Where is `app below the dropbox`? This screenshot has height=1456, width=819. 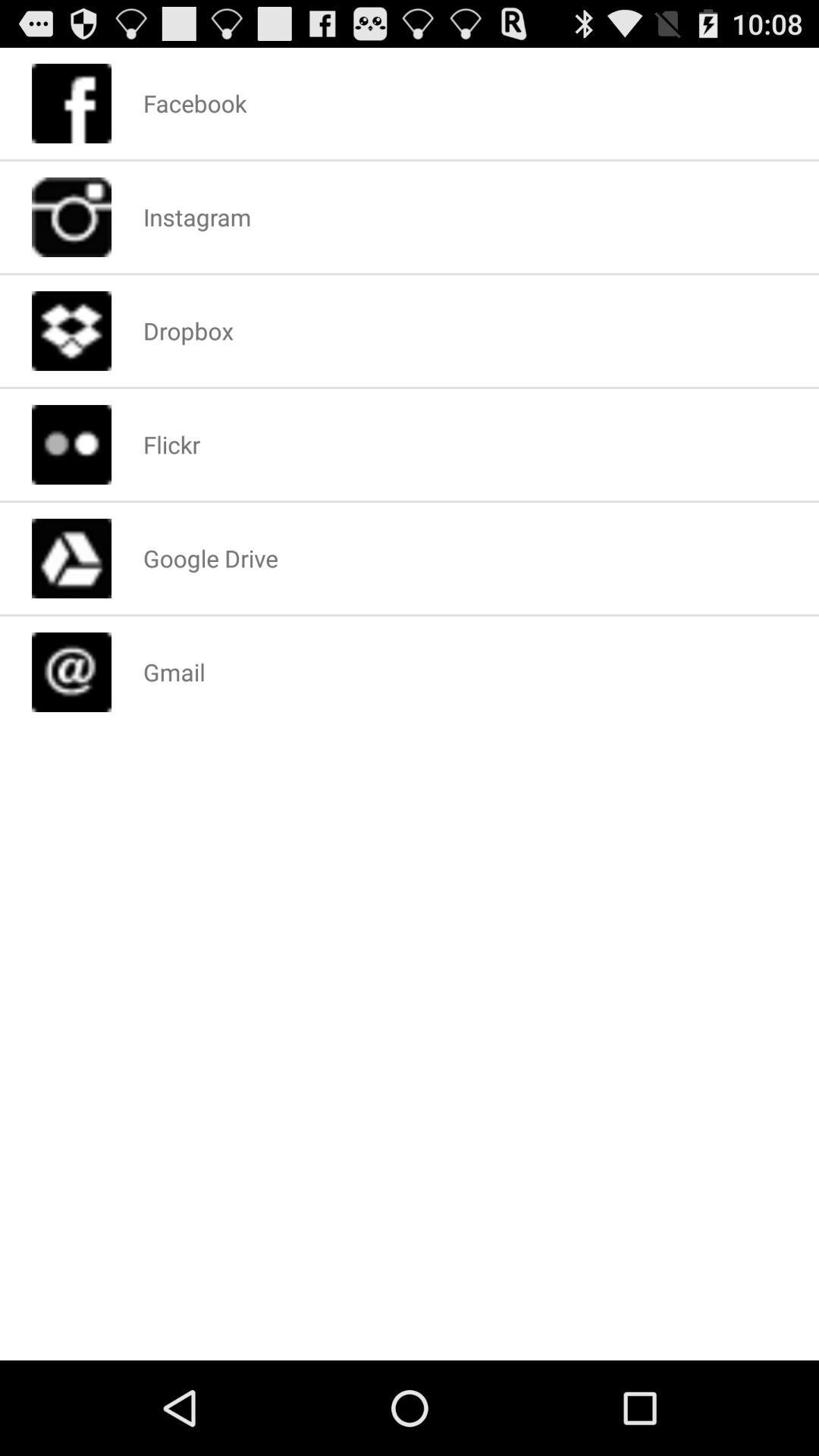
app below the dropbox is located at coordinates (171, 444).